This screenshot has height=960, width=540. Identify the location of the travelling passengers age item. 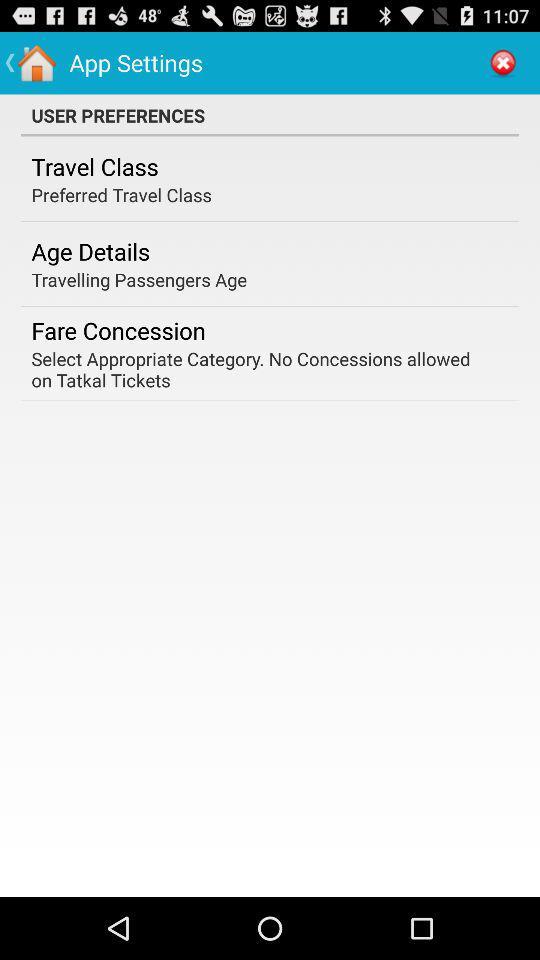
(138, 278).